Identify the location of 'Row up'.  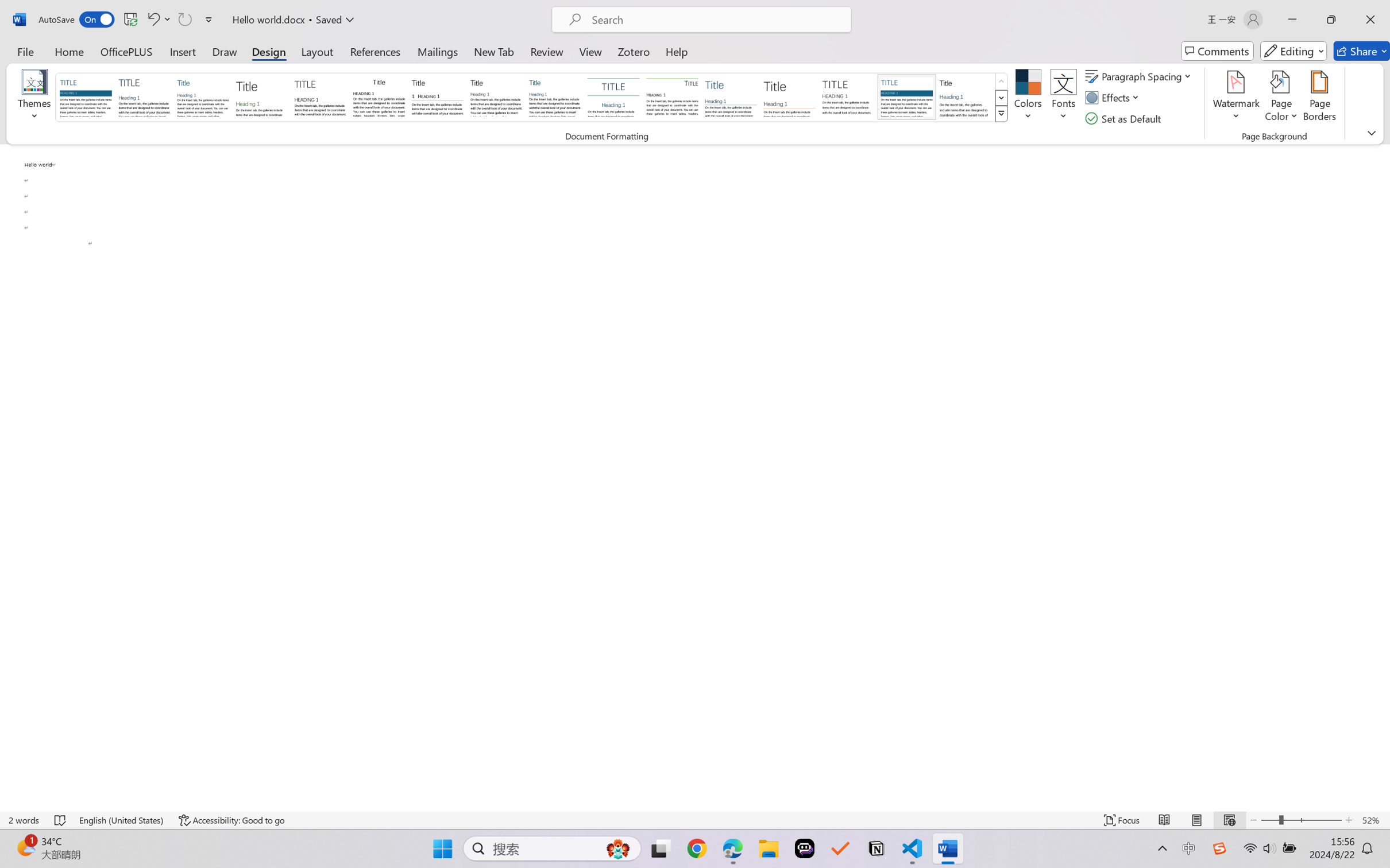
(1001, 81).